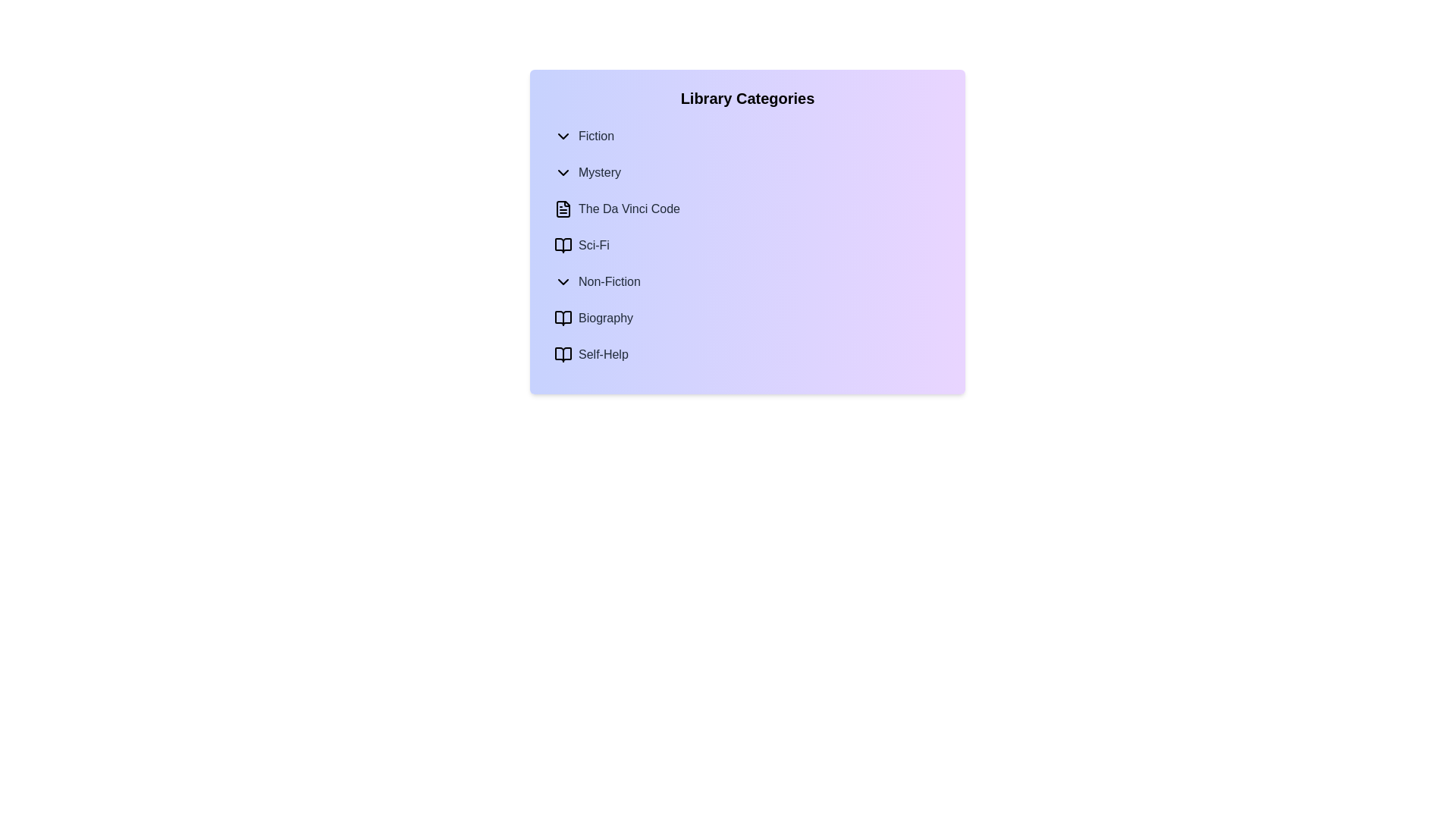 Image resolution: width=1456 pixels, height=819 pixels. What do you see at coordinates (563, 354) in the screenshot?
I see `the 'Self-Help' category icon located to the left of the label within the library categories list` at bounding box center [563, 354].